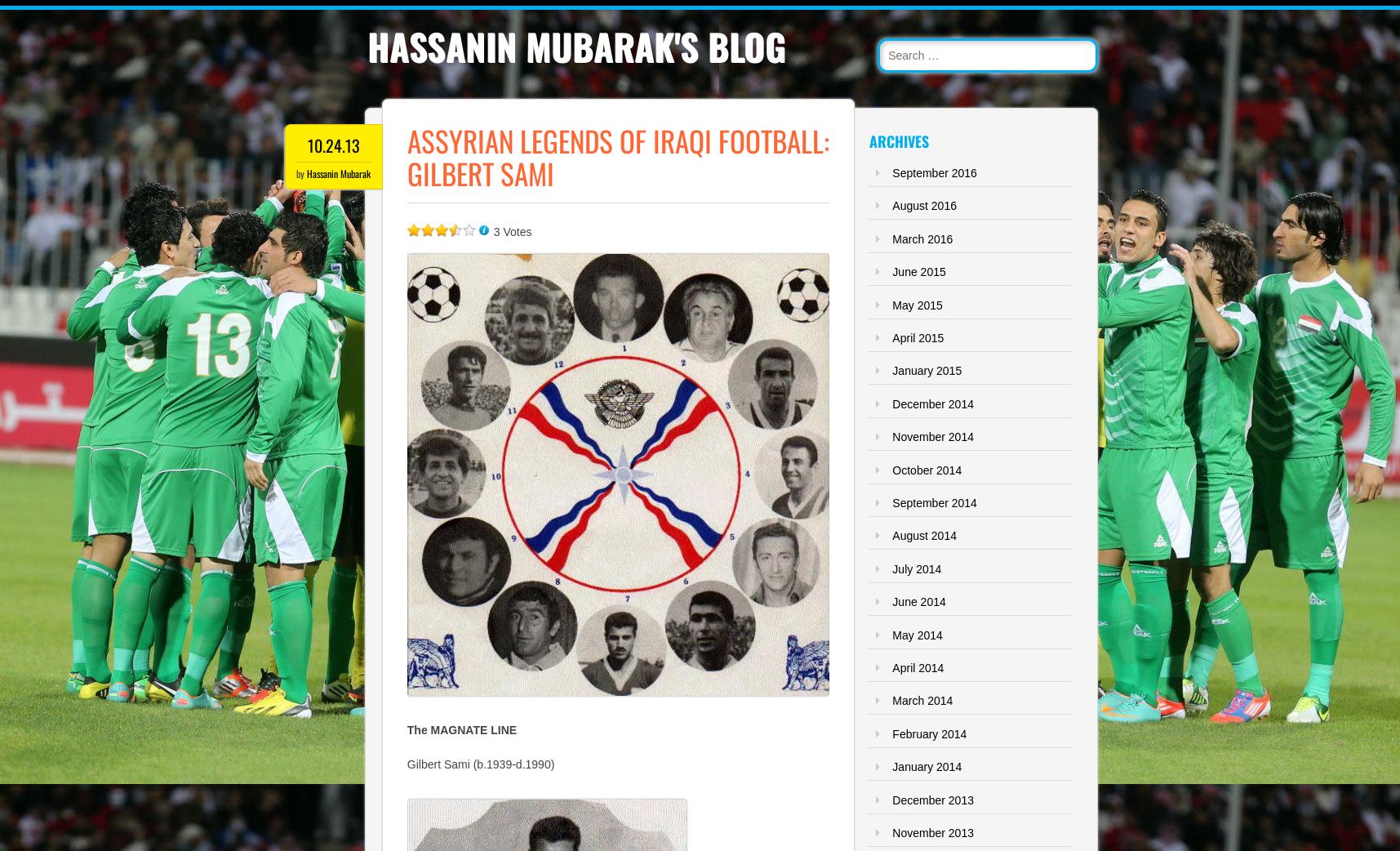 The height and width of the screenshot is (851, 1400). I want to click on 'February 2014', so click(929, 732).